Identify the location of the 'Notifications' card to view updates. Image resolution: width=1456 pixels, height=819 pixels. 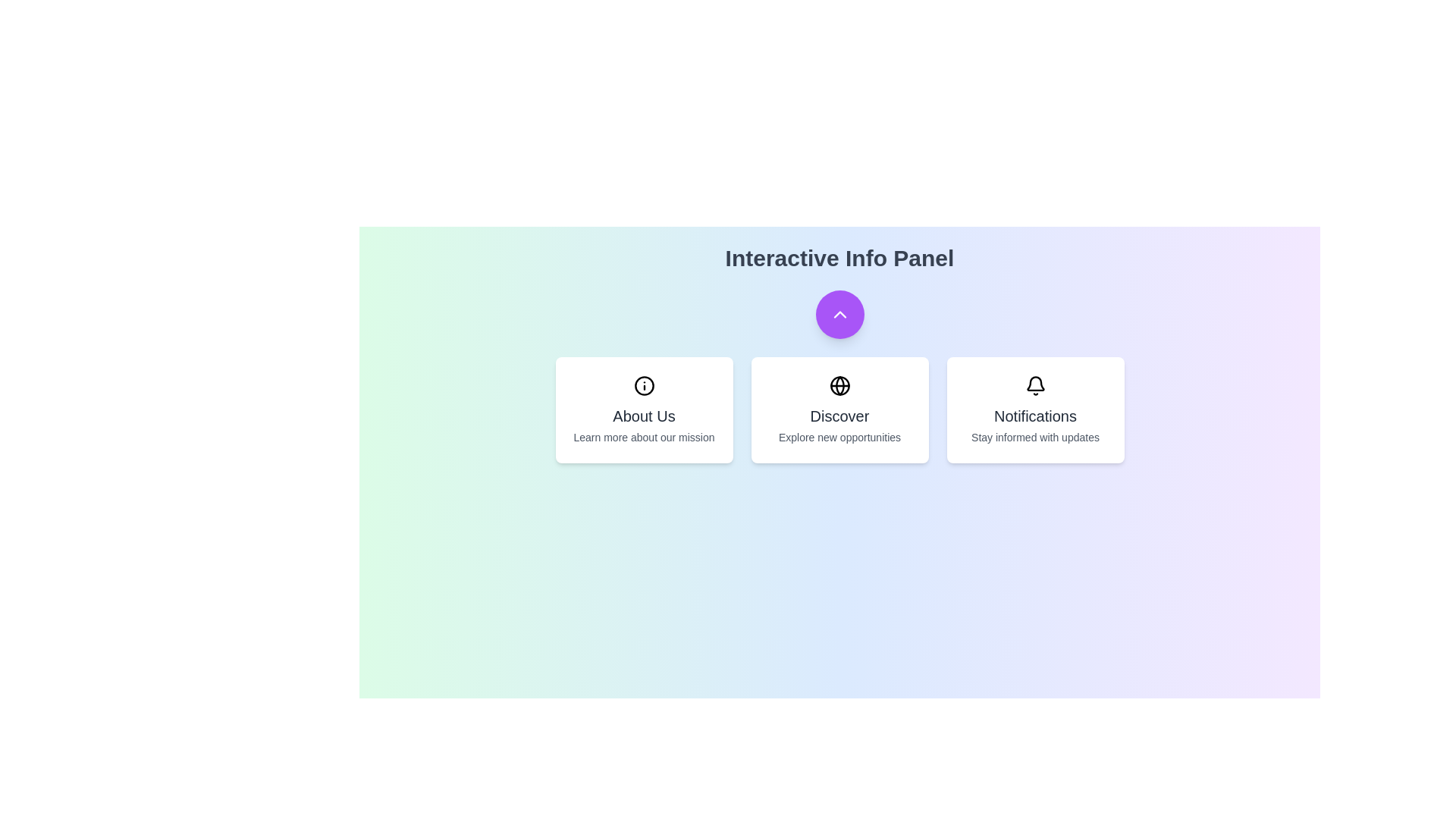
(1034, 409).